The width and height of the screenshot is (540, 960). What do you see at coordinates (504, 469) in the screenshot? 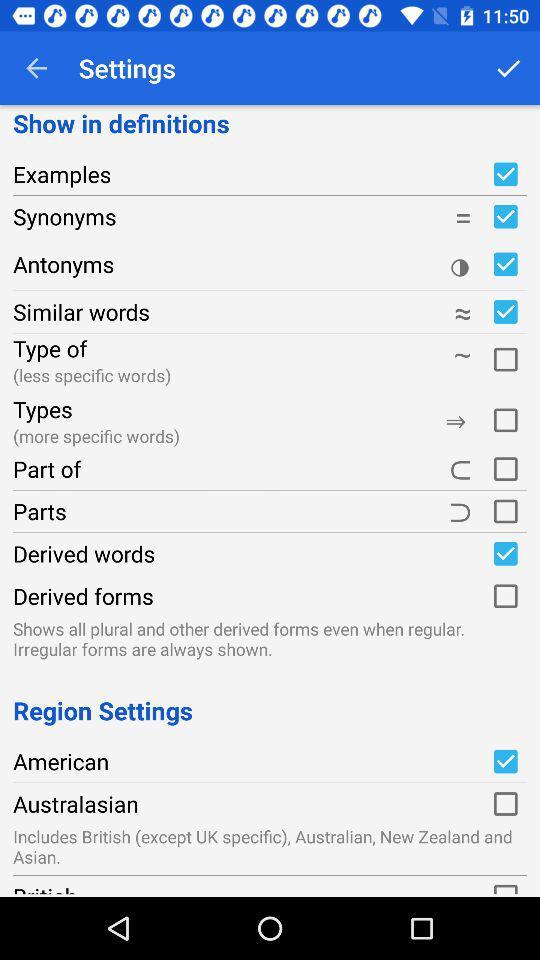
I see `this option` at bounding box center [504, 469].